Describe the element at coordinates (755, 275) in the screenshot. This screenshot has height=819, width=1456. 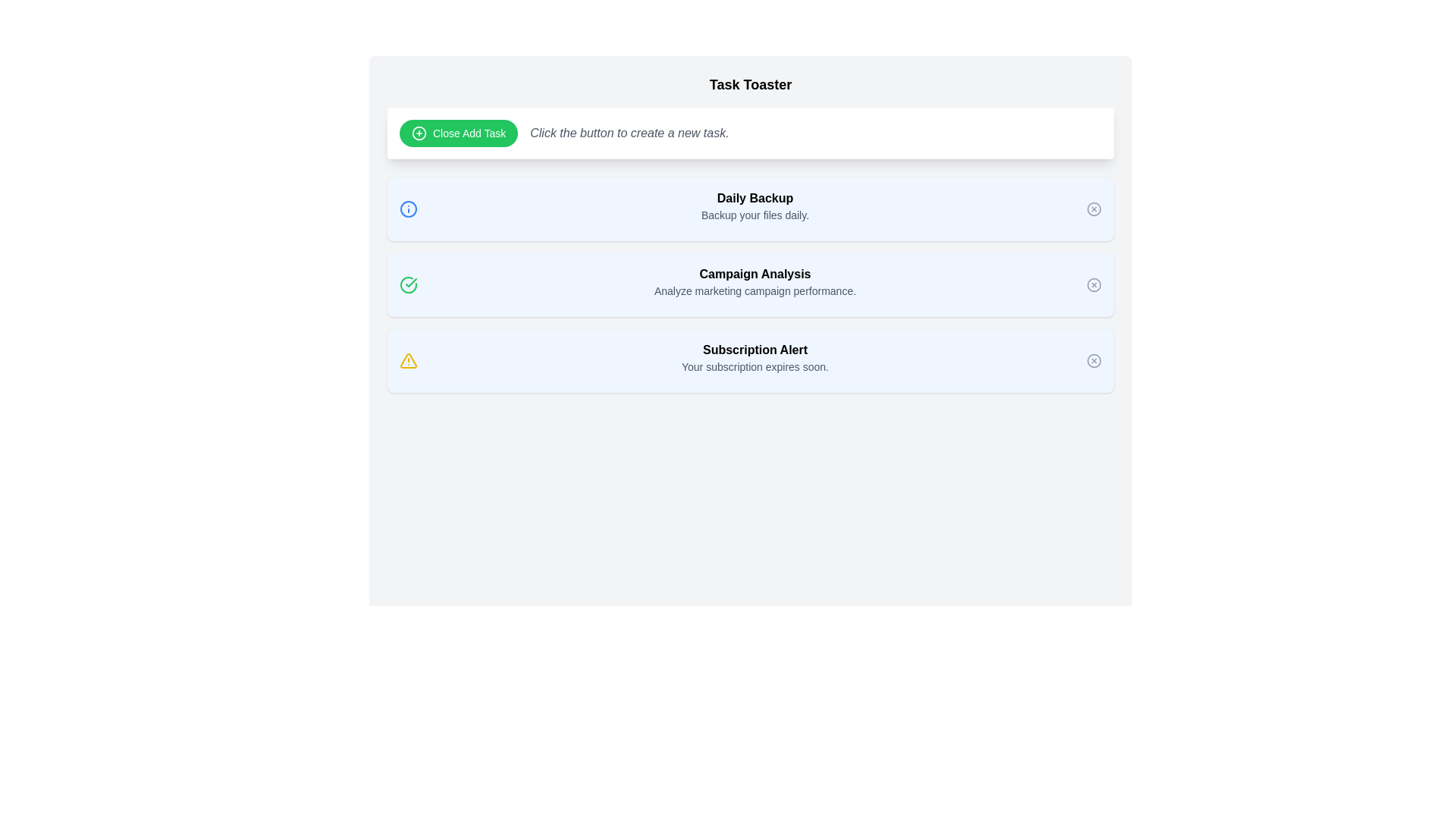
I see `the static text element styled as a heading, which serves as a section title between the 'Daily Backup' and 'Subscription Alert' sections` at that location.